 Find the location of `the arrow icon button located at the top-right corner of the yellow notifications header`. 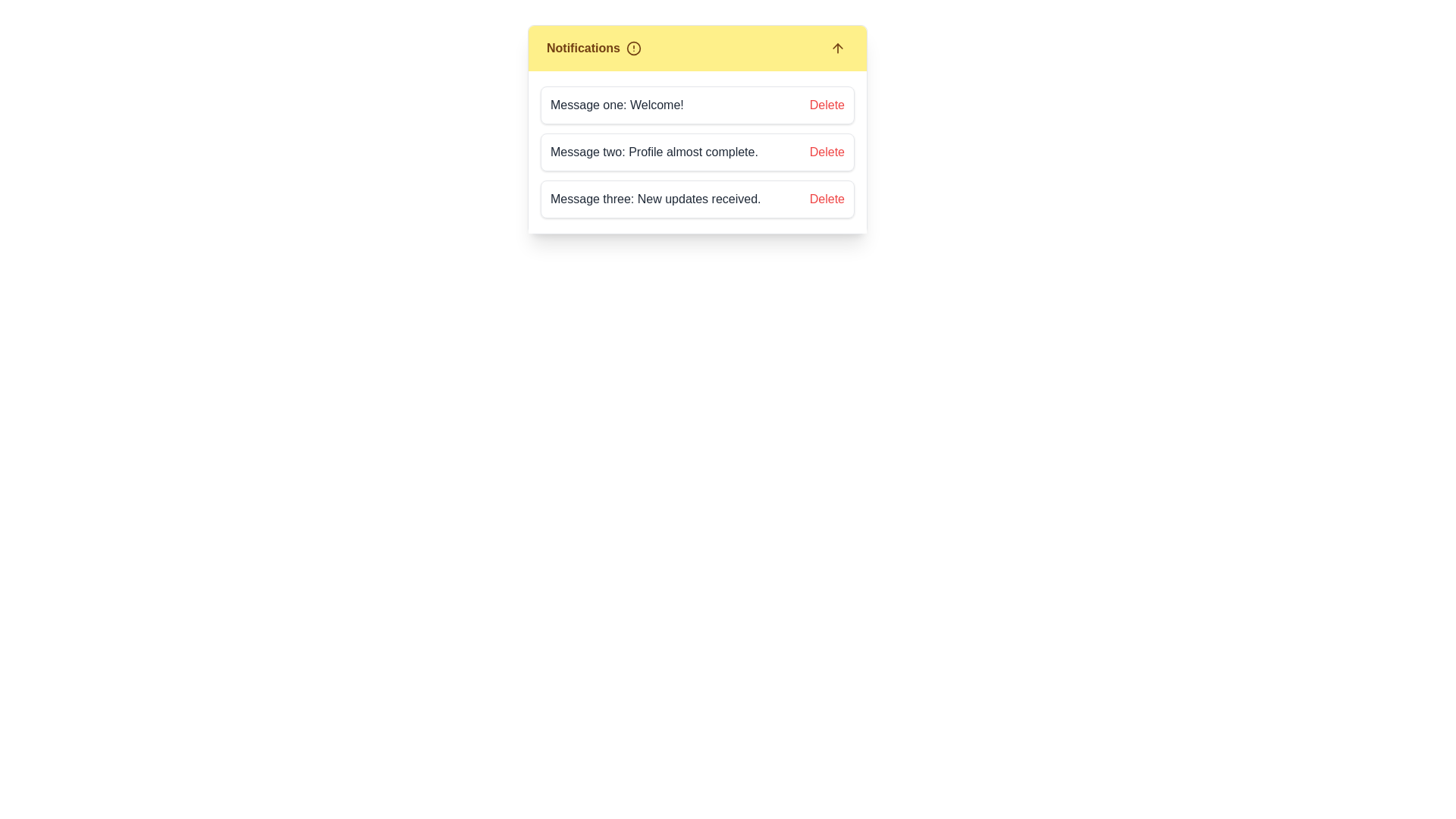

the arrow icon button located at the top-right corner of the yellow notifications header is located at coordinates (836, 48).